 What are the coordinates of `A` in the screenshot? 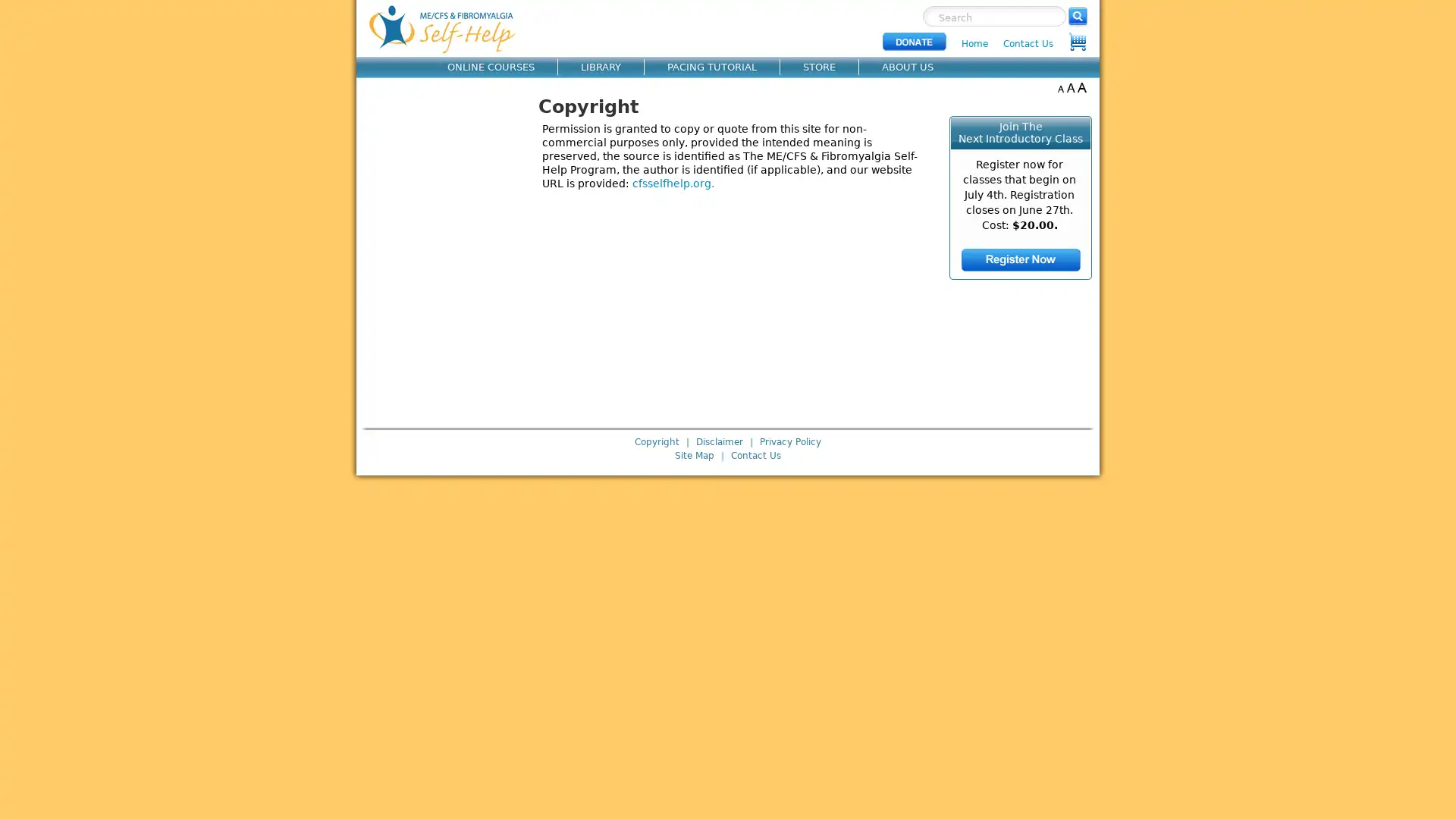 It's located at (1059, 87).